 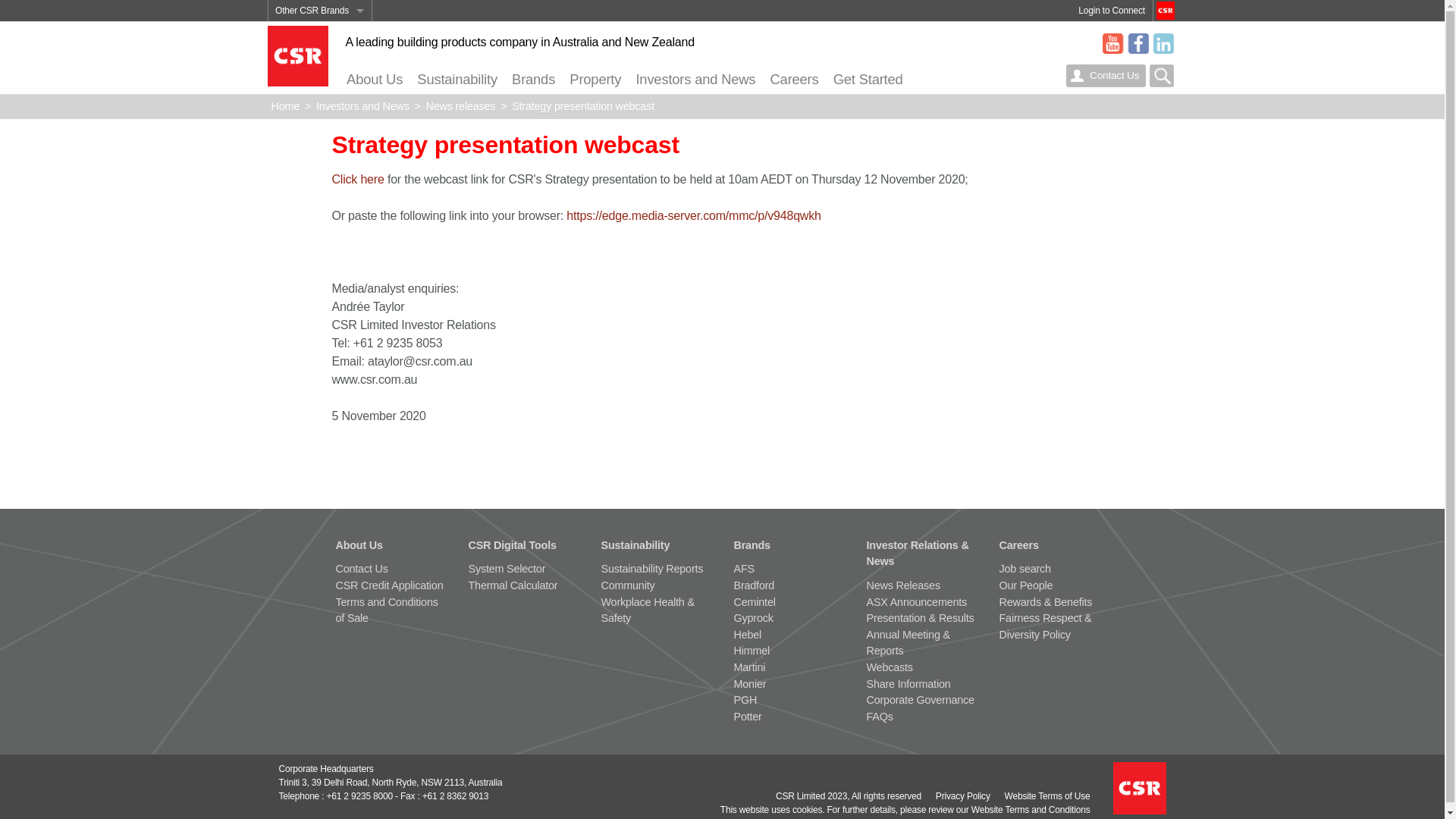 I want to click on 'PGH', so click(x=745, y=699).